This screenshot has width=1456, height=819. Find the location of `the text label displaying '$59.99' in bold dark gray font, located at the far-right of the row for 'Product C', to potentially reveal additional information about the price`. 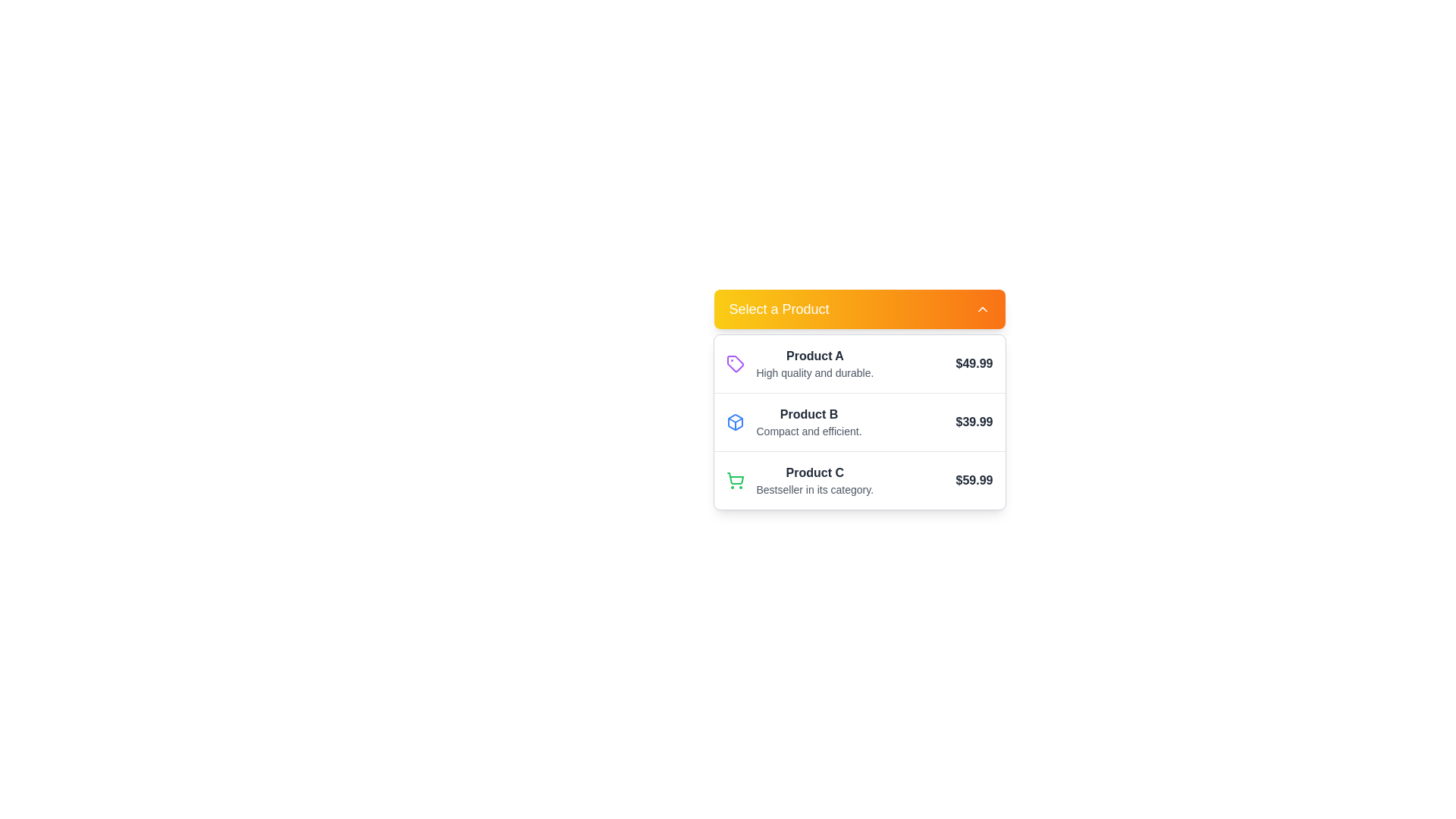

the text label displaying '$59.99' in bold dark gray font, located at the far-right of the row for 'Product C', to potentially reveal additional information about the price is located at coordinates (974, 480).